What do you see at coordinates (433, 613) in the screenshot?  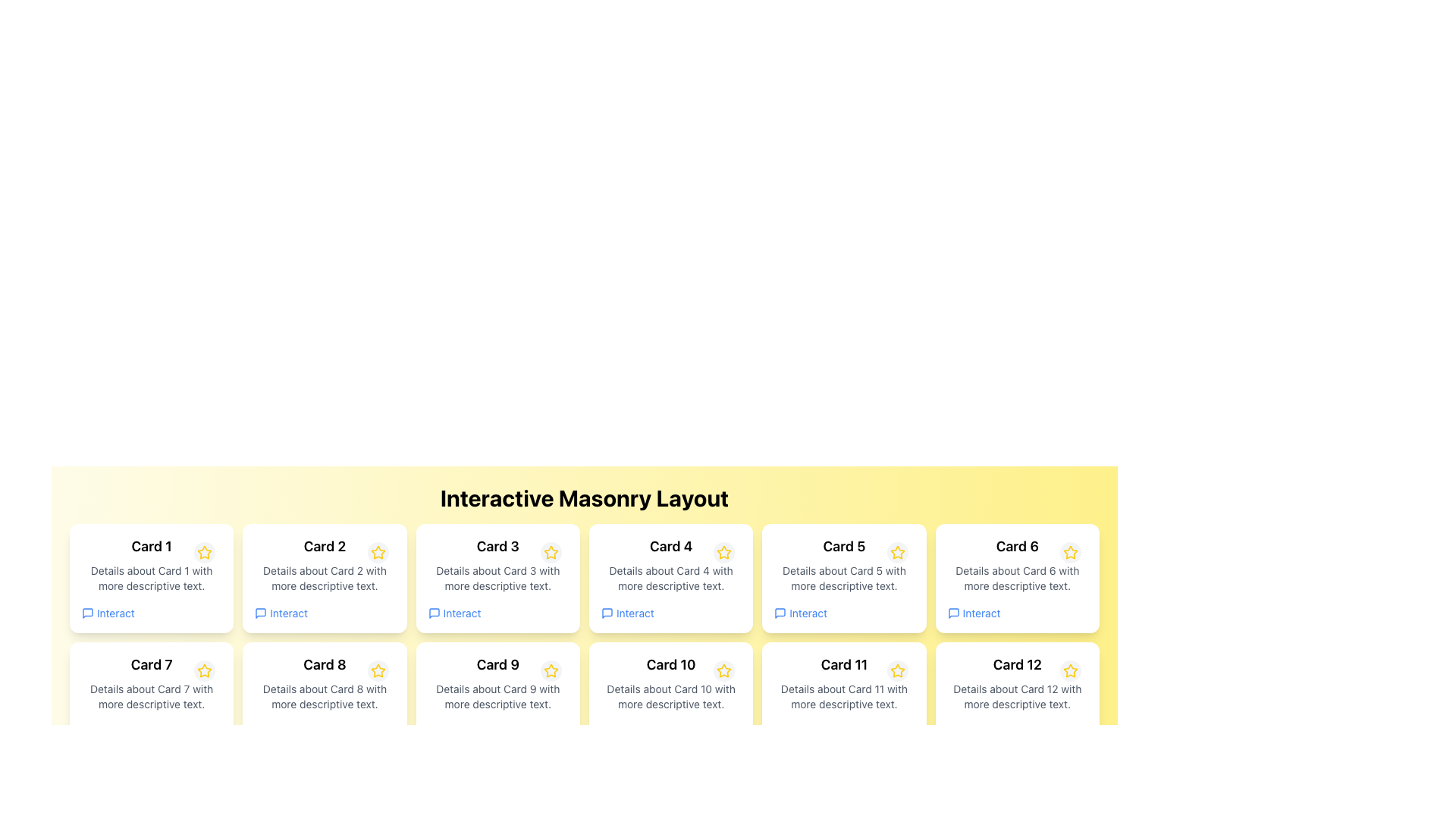 I see `the interaction icon located in 'Card 3', beneath the main text description and adjacent to the 'Interact' text` at bounding box center [433, 613].